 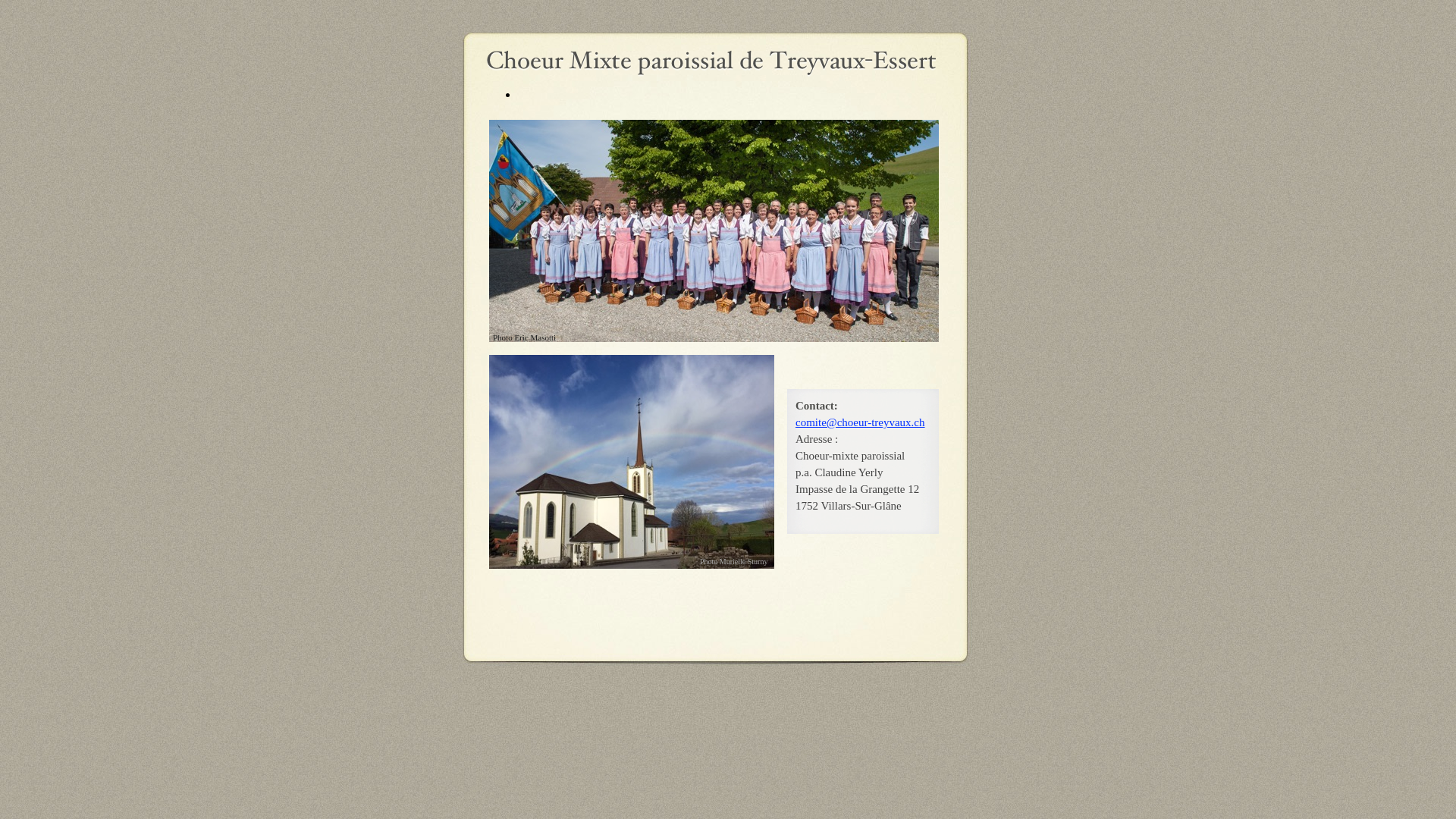 I want to click on 'comite@choeur-treyvaux.ch', so click(x=860, y=422).